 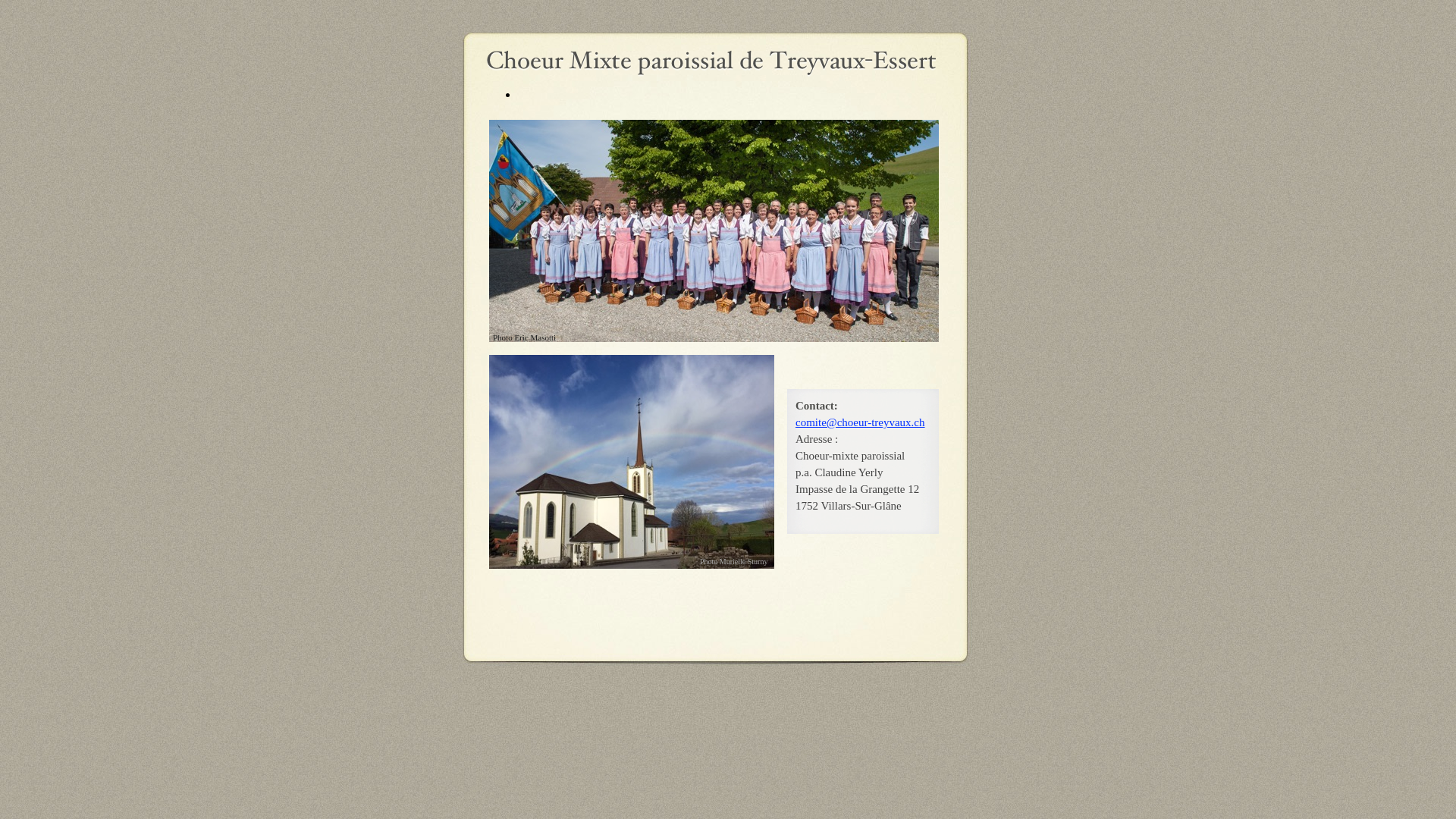 I want to click on 'comite@choeur-treyvaux.ch', so click(x=860, y=422).